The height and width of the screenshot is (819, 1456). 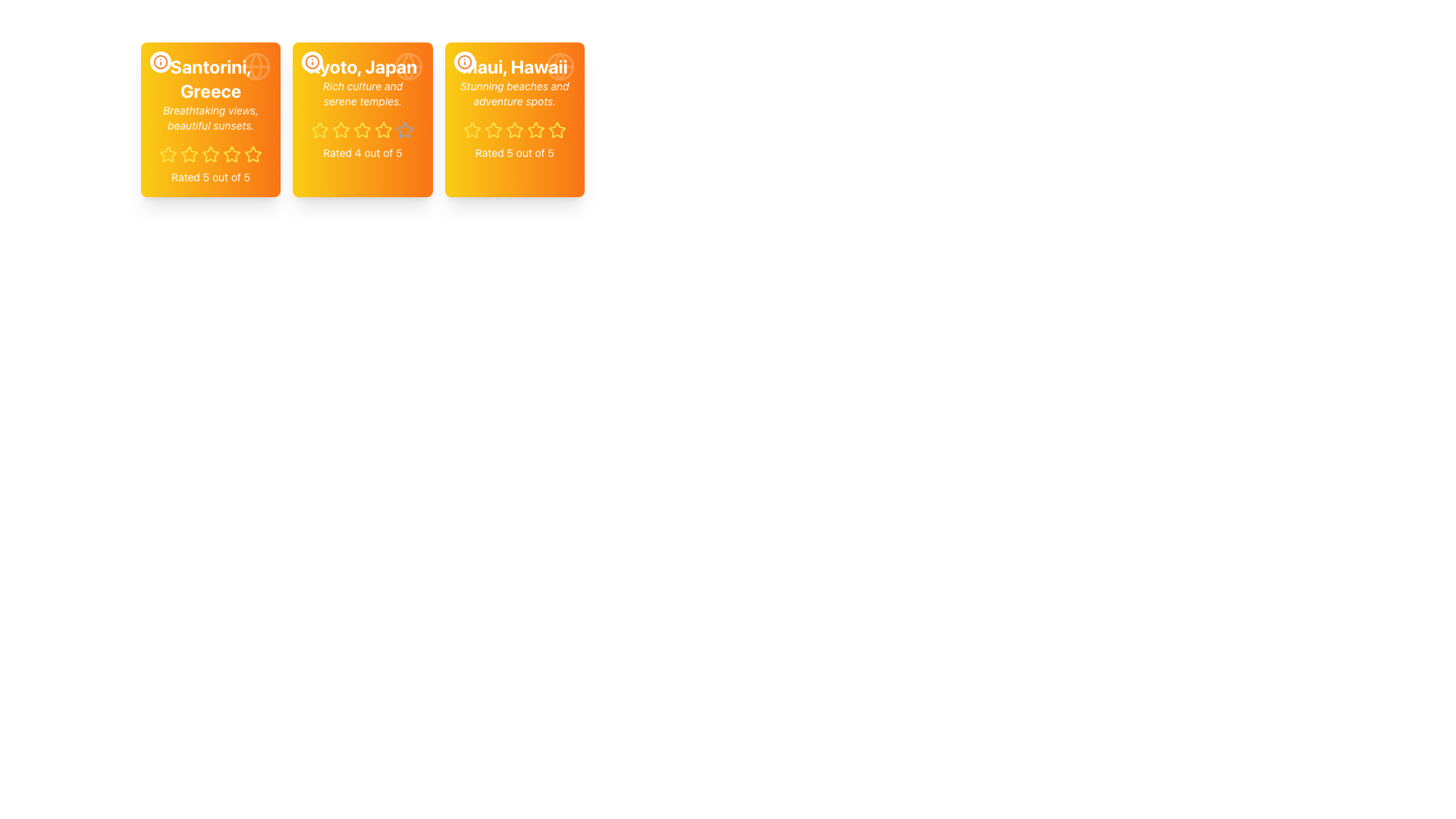 What do you see at coordinates (513, 130) in the screenshot?
I see `the yellow star icon in the rating stars for the 'Maui, Hawaii' card` at bounding box center [513, 130].